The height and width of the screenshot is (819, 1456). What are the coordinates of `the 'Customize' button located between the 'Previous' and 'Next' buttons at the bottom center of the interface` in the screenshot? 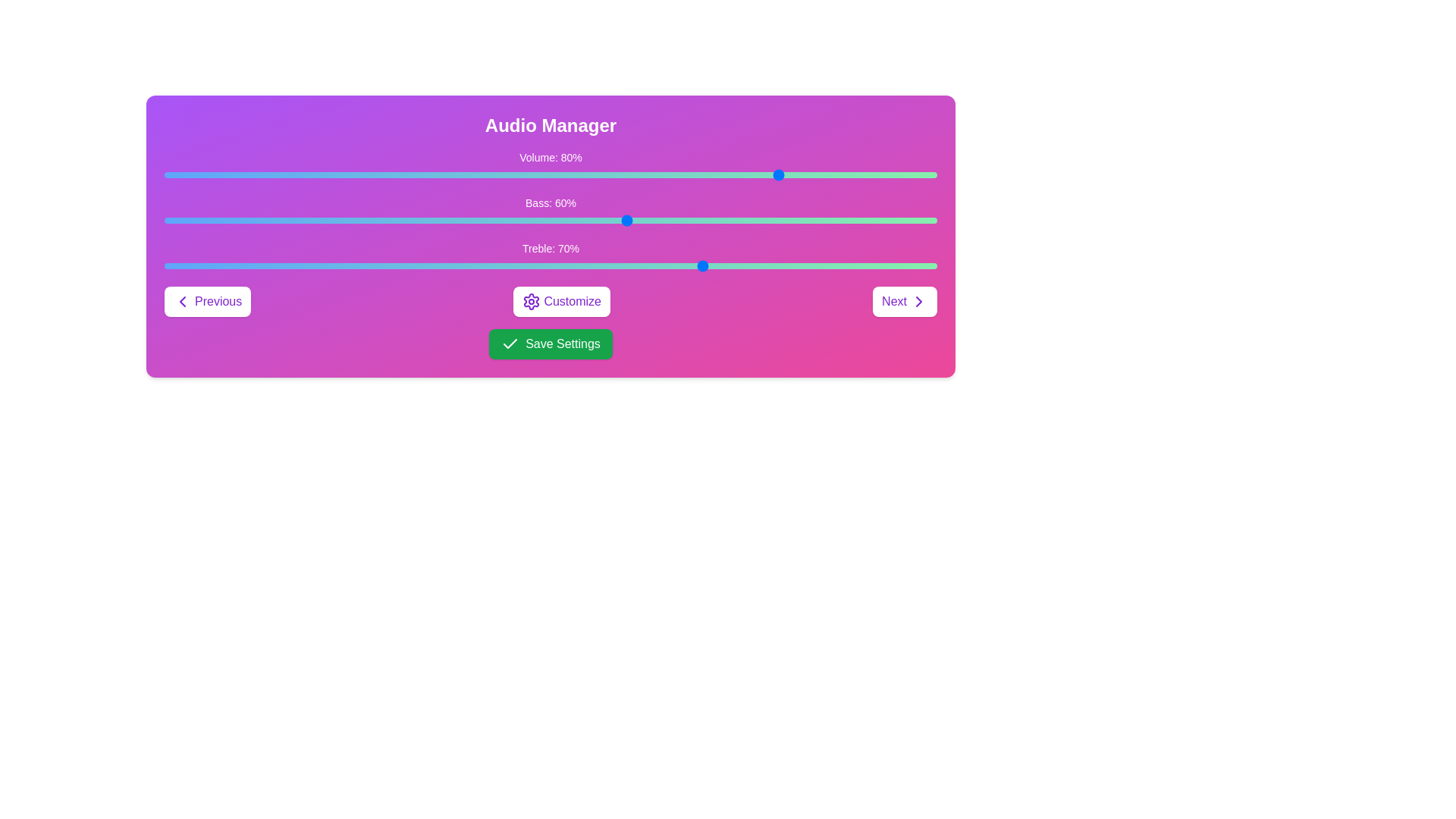 It's located at (561, 301).